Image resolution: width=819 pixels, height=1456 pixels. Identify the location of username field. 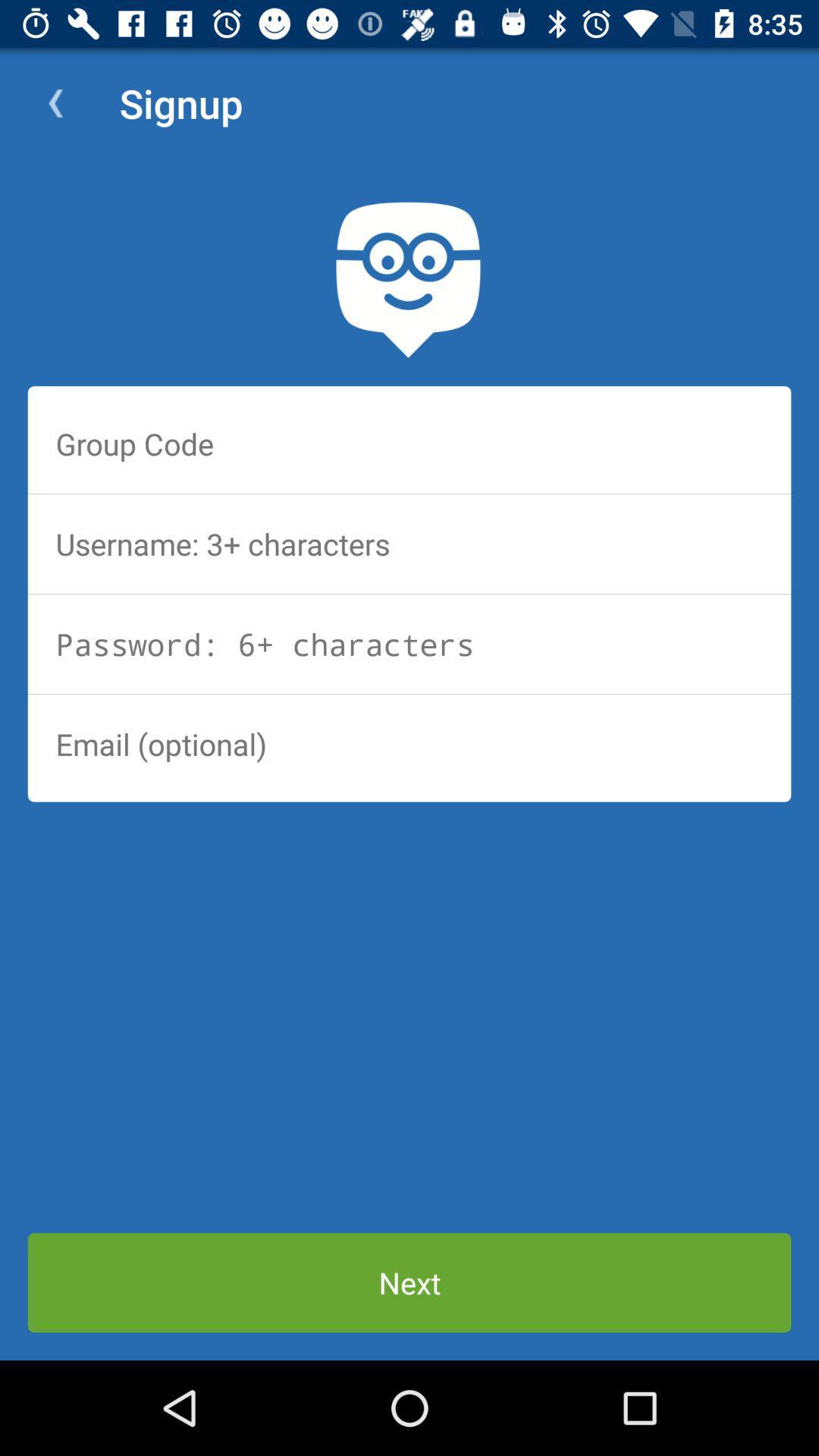
(409, 544).